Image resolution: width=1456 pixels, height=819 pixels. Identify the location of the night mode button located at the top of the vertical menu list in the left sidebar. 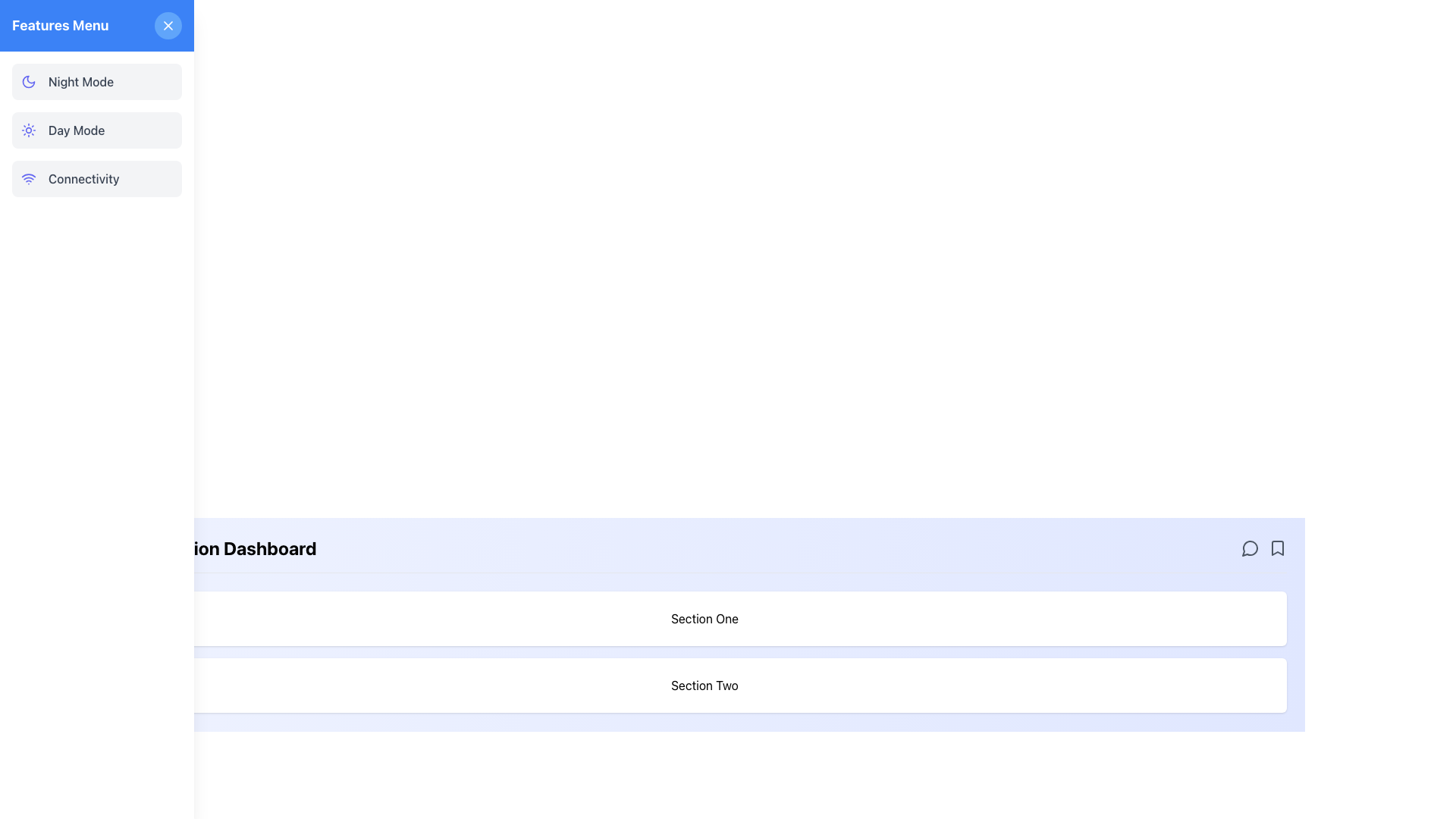
(96, 82).